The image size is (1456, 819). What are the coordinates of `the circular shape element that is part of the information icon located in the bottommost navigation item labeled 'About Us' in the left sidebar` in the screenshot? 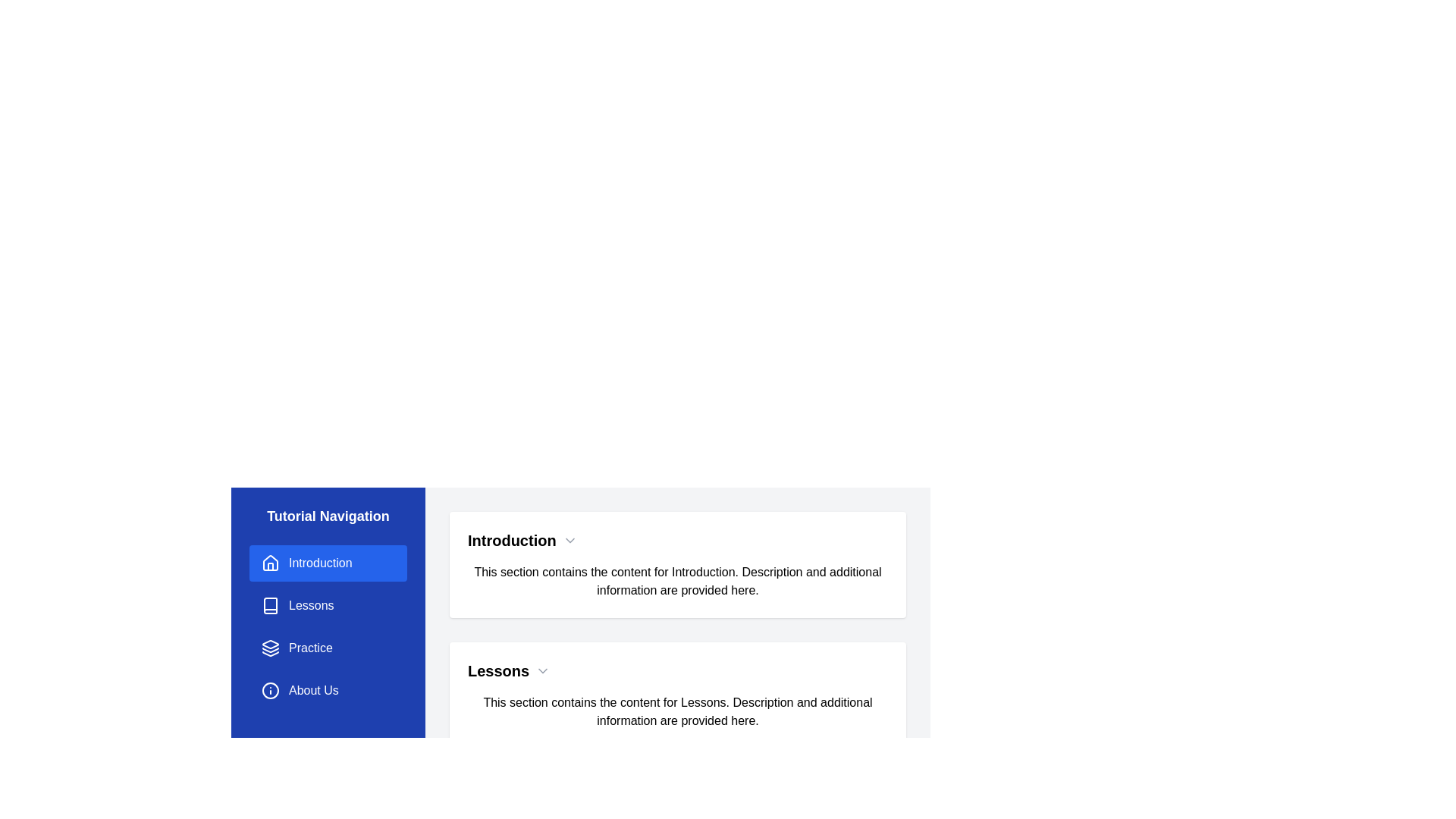 It's located at (270, 690).